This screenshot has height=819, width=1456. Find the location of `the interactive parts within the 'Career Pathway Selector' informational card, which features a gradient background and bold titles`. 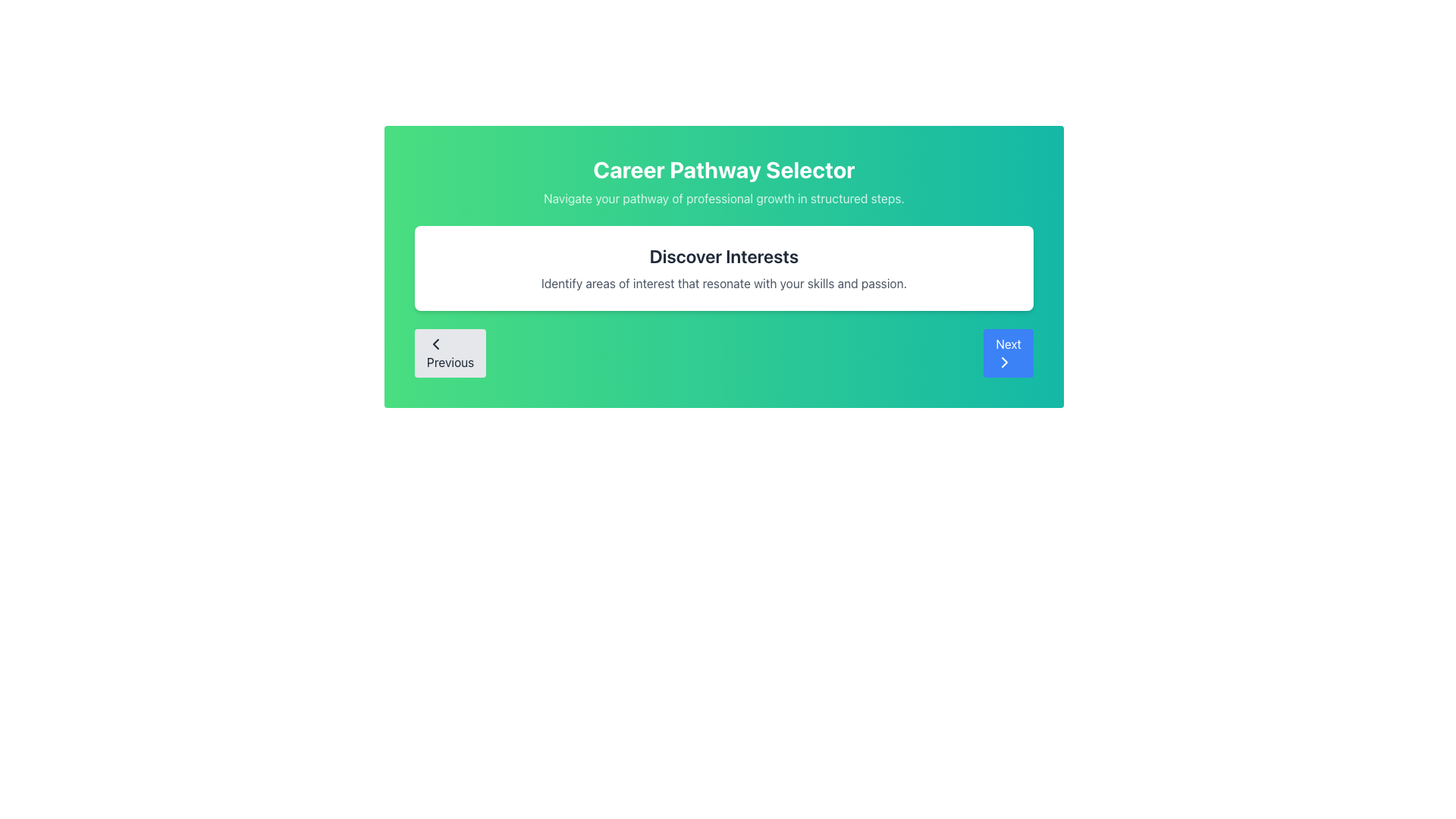

the interactive parts within the 'Career Pathway Selector' informational card, which features a gradient background and bold titles is located at coordinates (723, 265).